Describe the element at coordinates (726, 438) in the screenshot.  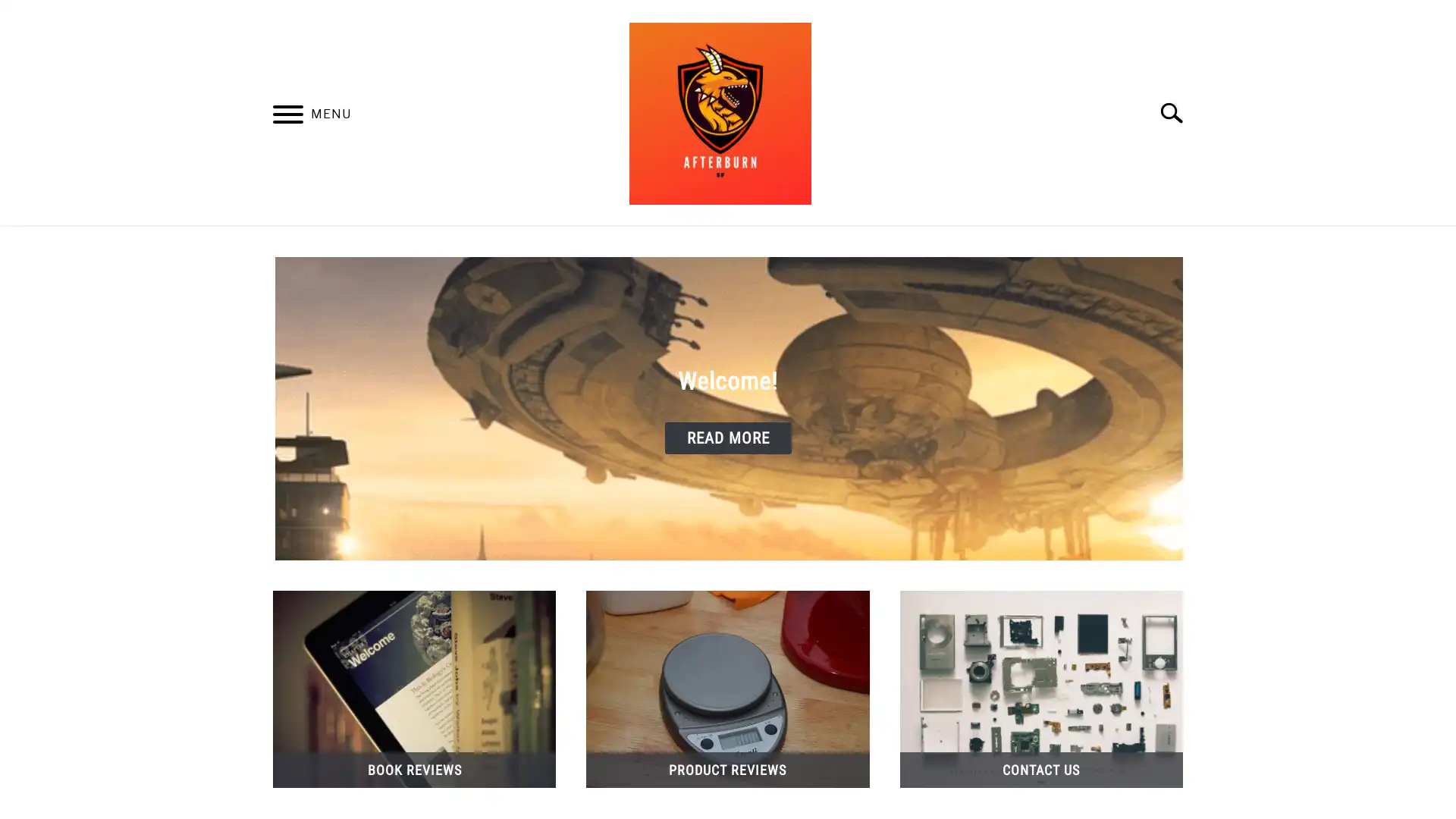
I see `READ MORE` at that location.